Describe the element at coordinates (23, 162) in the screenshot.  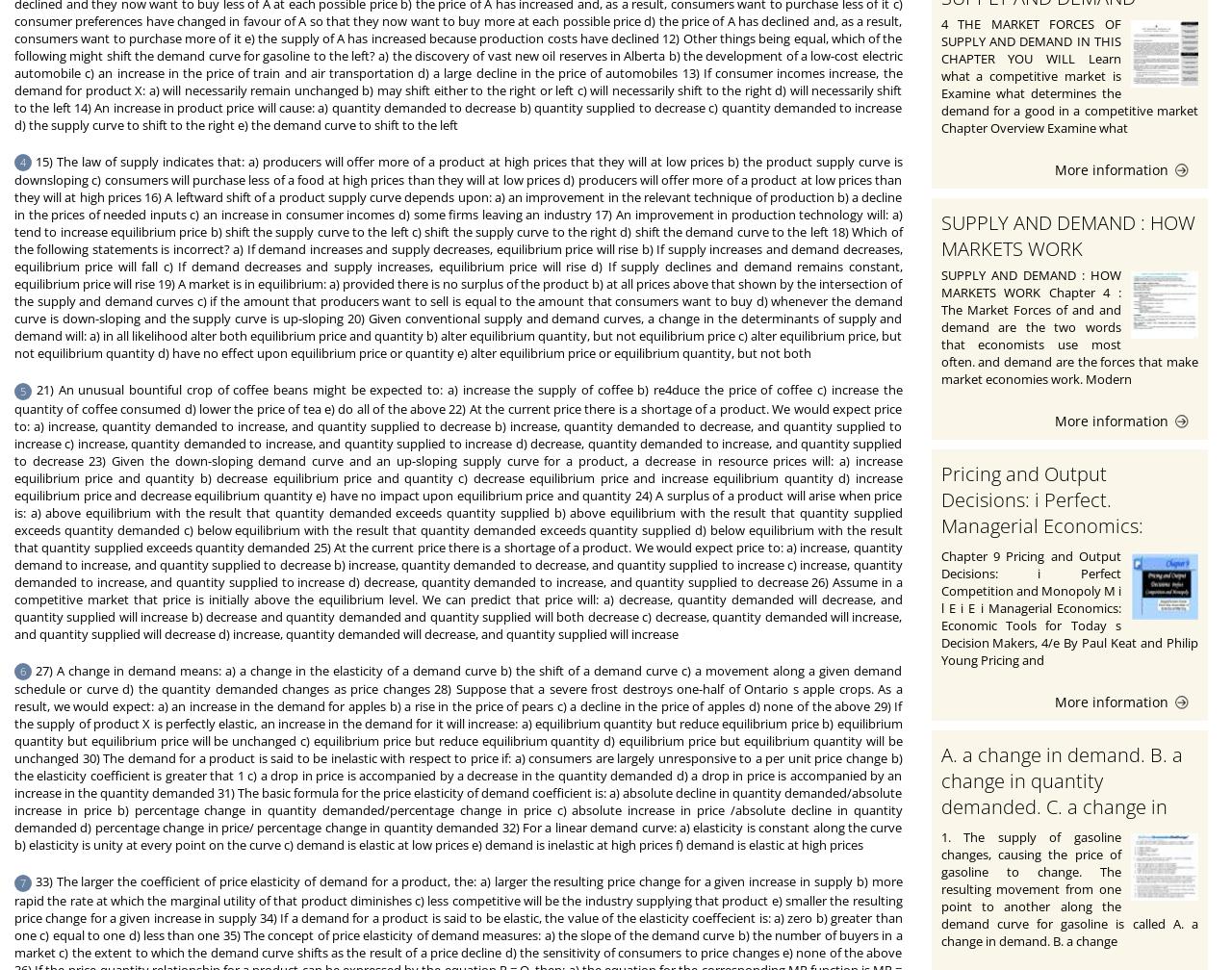
I see `'4'` at that location.